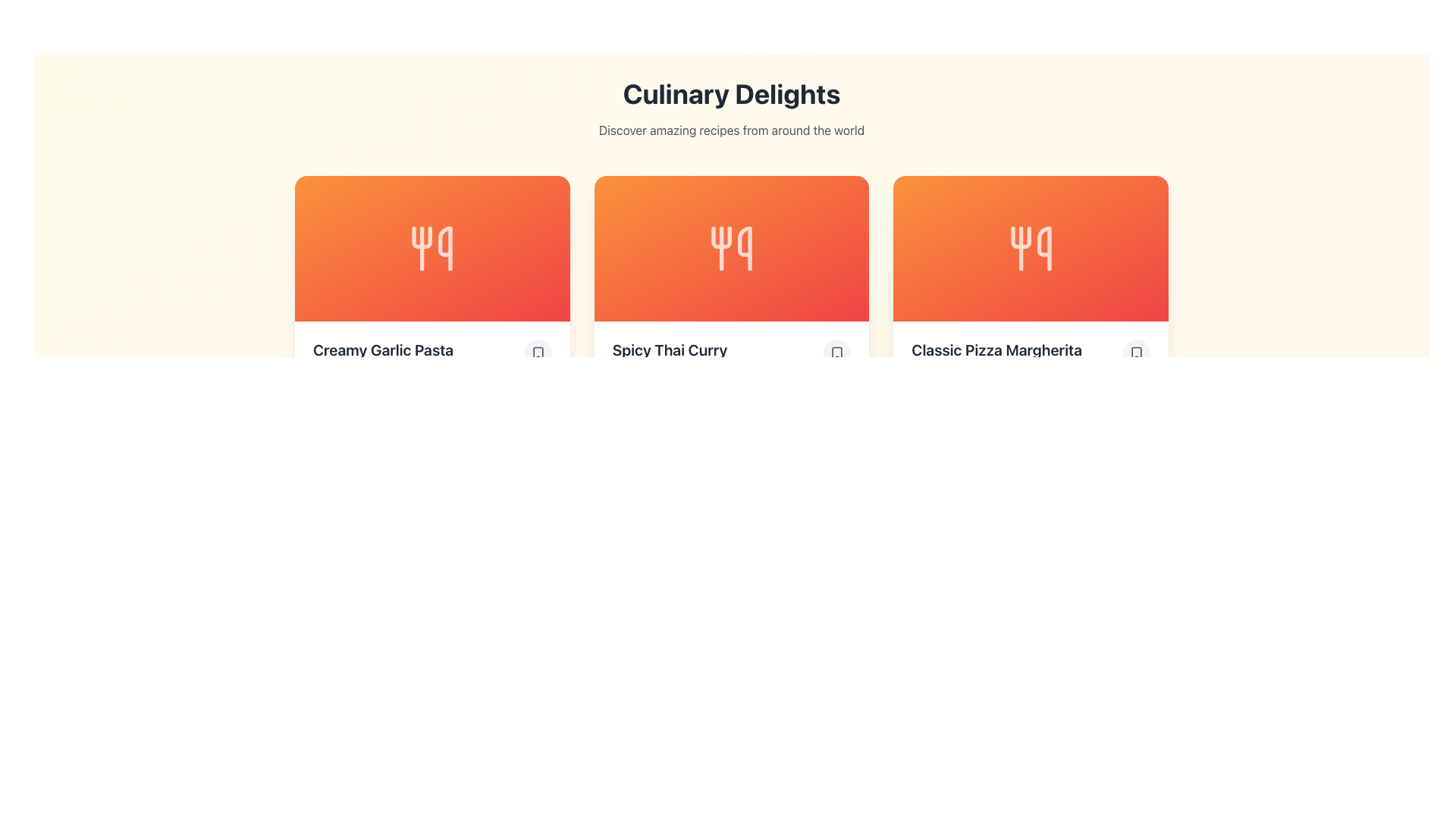  What do you see at coordinates (669, 350) in the screenshot?
I see `text displayed in the title label of the culinary card located in the middle card of a three-card layout beneath an orange and red gradient panel` at bounding box center [669, 350].